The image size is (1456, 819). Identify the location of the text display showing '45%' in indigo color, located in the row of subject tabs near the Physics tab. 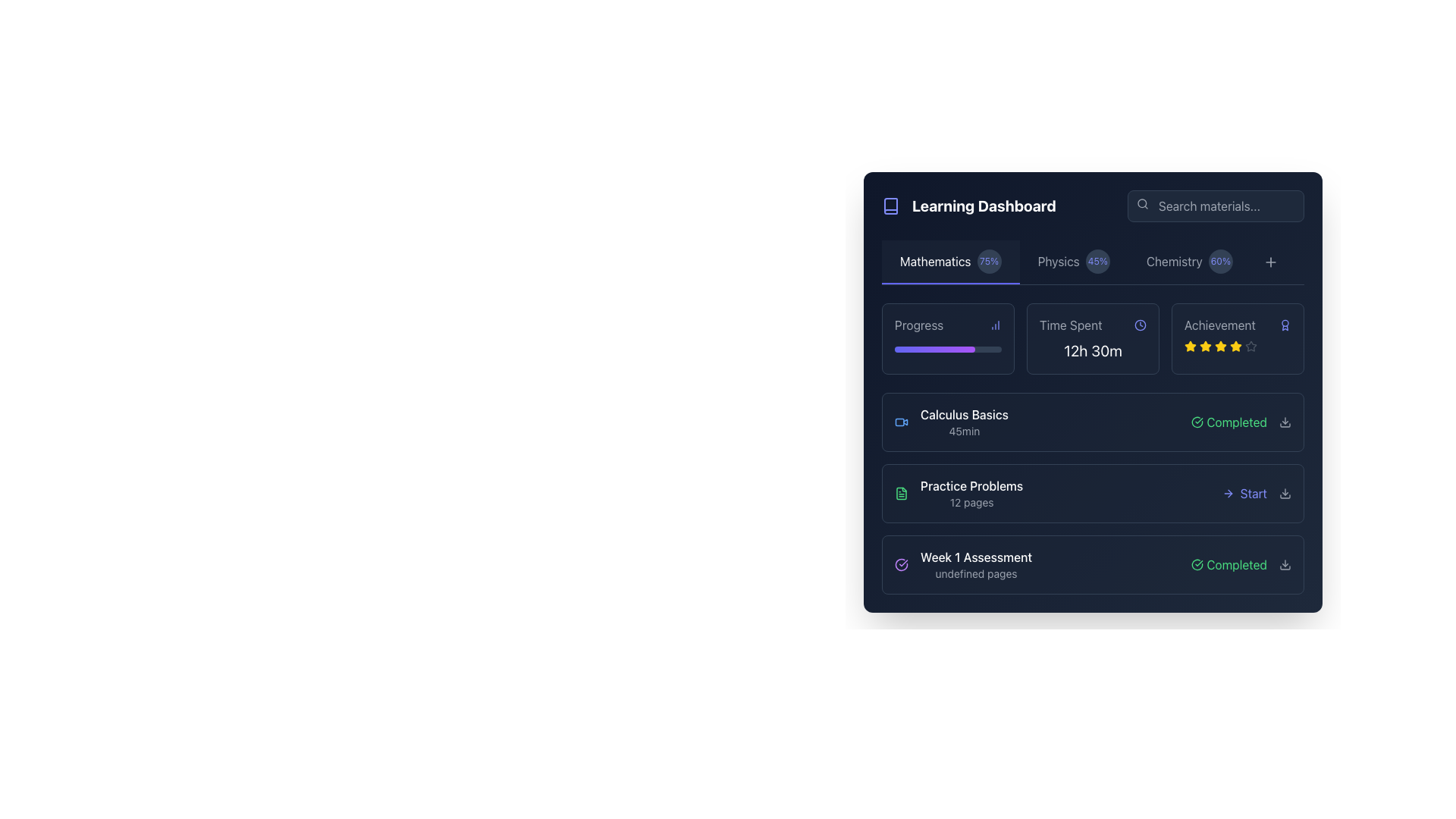
(1097, 260).